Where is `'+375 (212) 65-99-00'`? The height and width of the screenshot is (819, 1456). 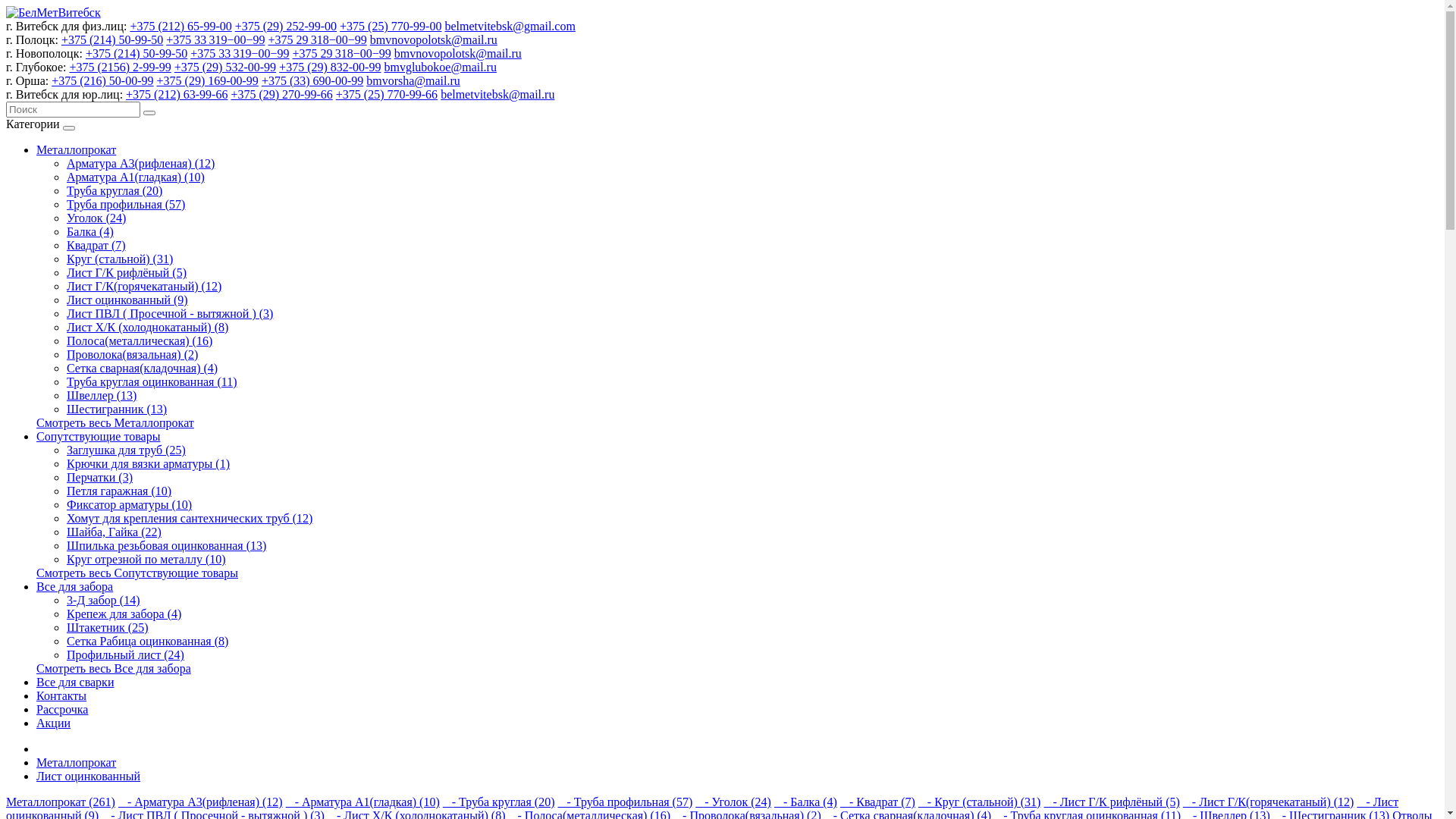
'+375 (212) 65-99-00' is located at coordinates (180, 26).